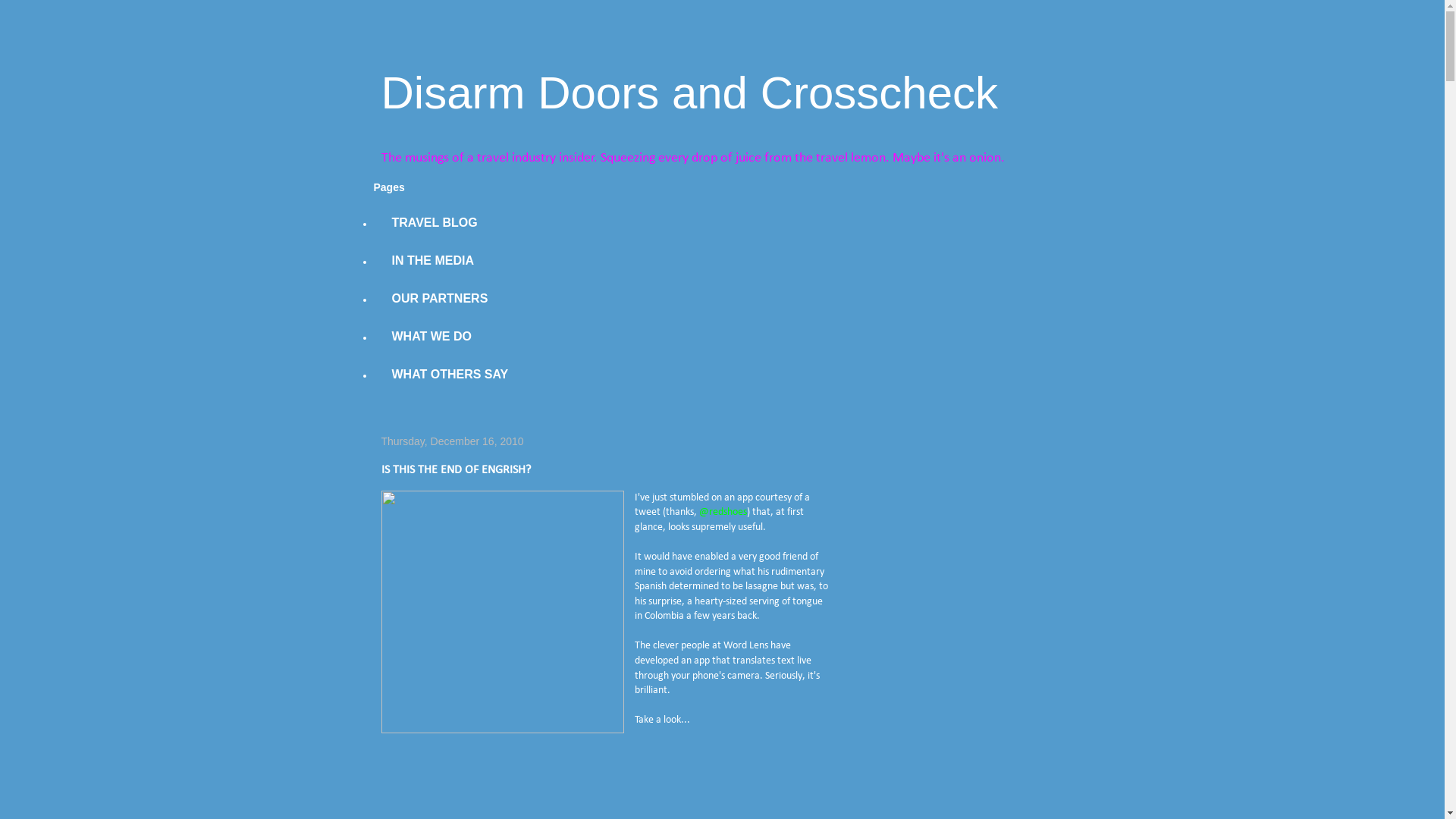 The width and height of the screenshot is (1456, 819). What do you see at coordinates (698, 512) in the screenshot?
I see `'@redshoes'` at bounding box center [698, 512].